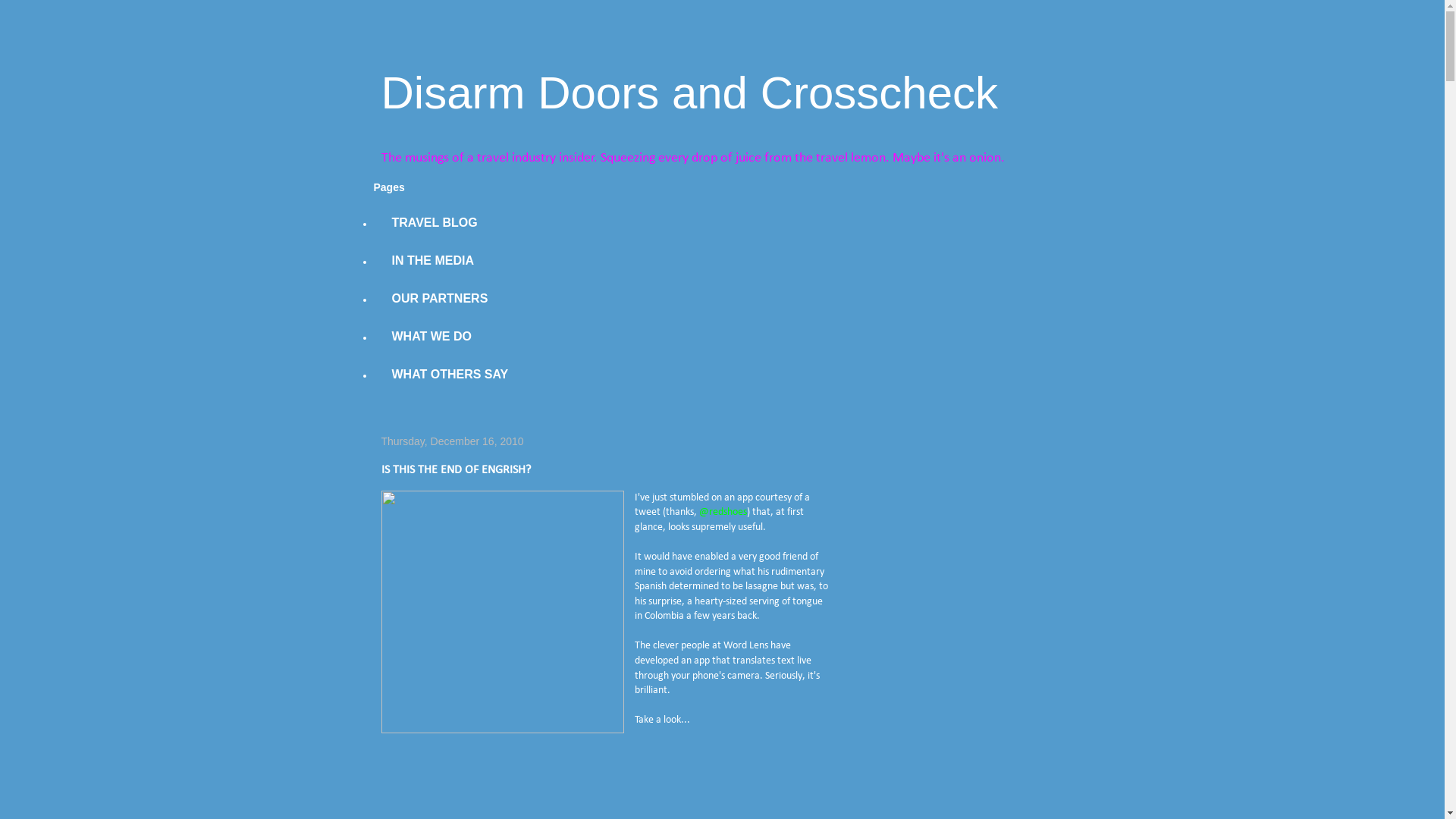 The width and height of the screenshot is (1456, 819). What do you see at coordinates (698, 512) in the screenshot?
I see `'@redshoes'` at bounding box center [698, 512].